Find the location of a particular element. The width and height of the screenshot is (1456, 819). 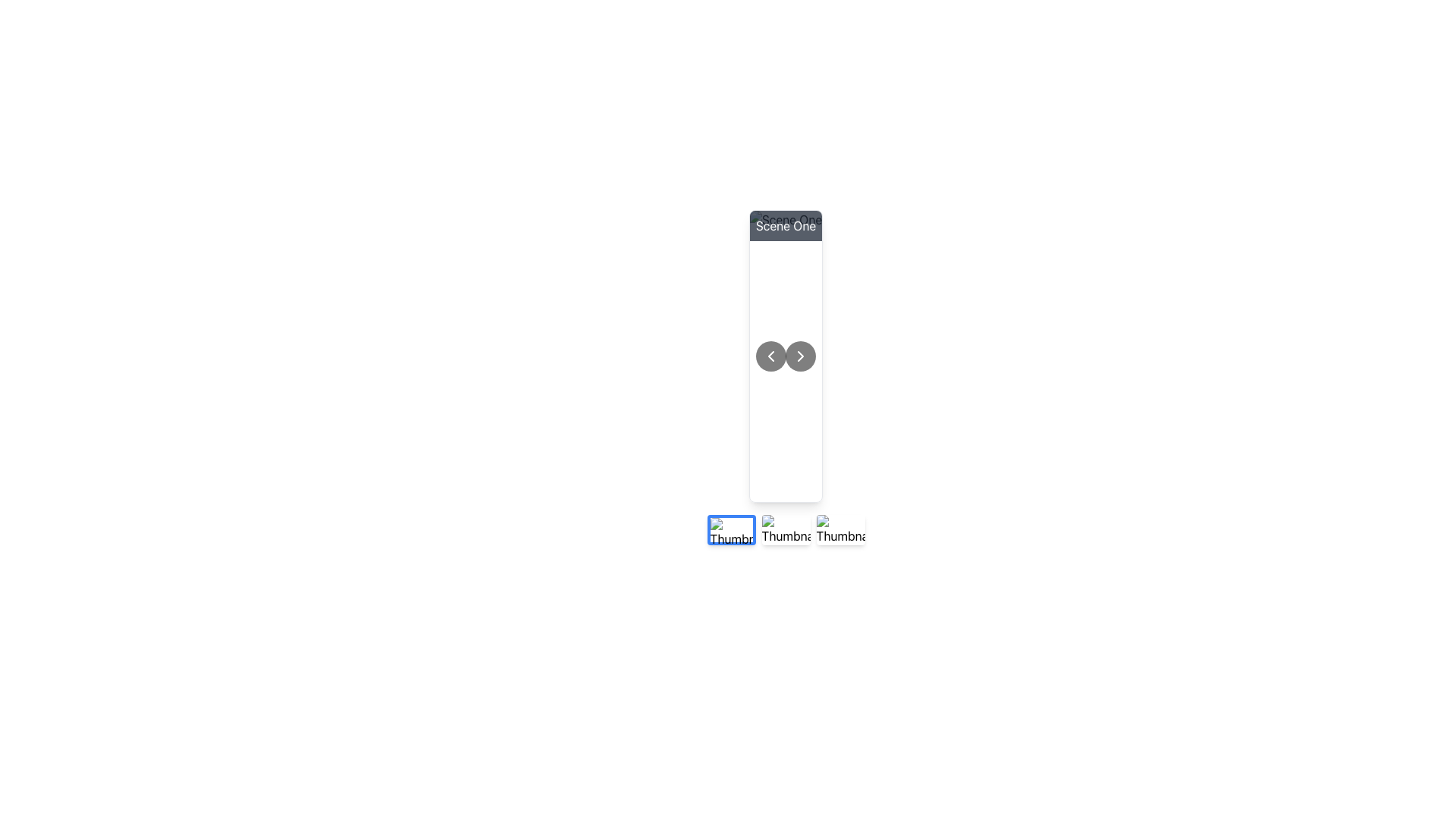

the middle thumbnail of the Interactive Thumbnail row in the 'Scene One' component is located at coordinates (786, 529).